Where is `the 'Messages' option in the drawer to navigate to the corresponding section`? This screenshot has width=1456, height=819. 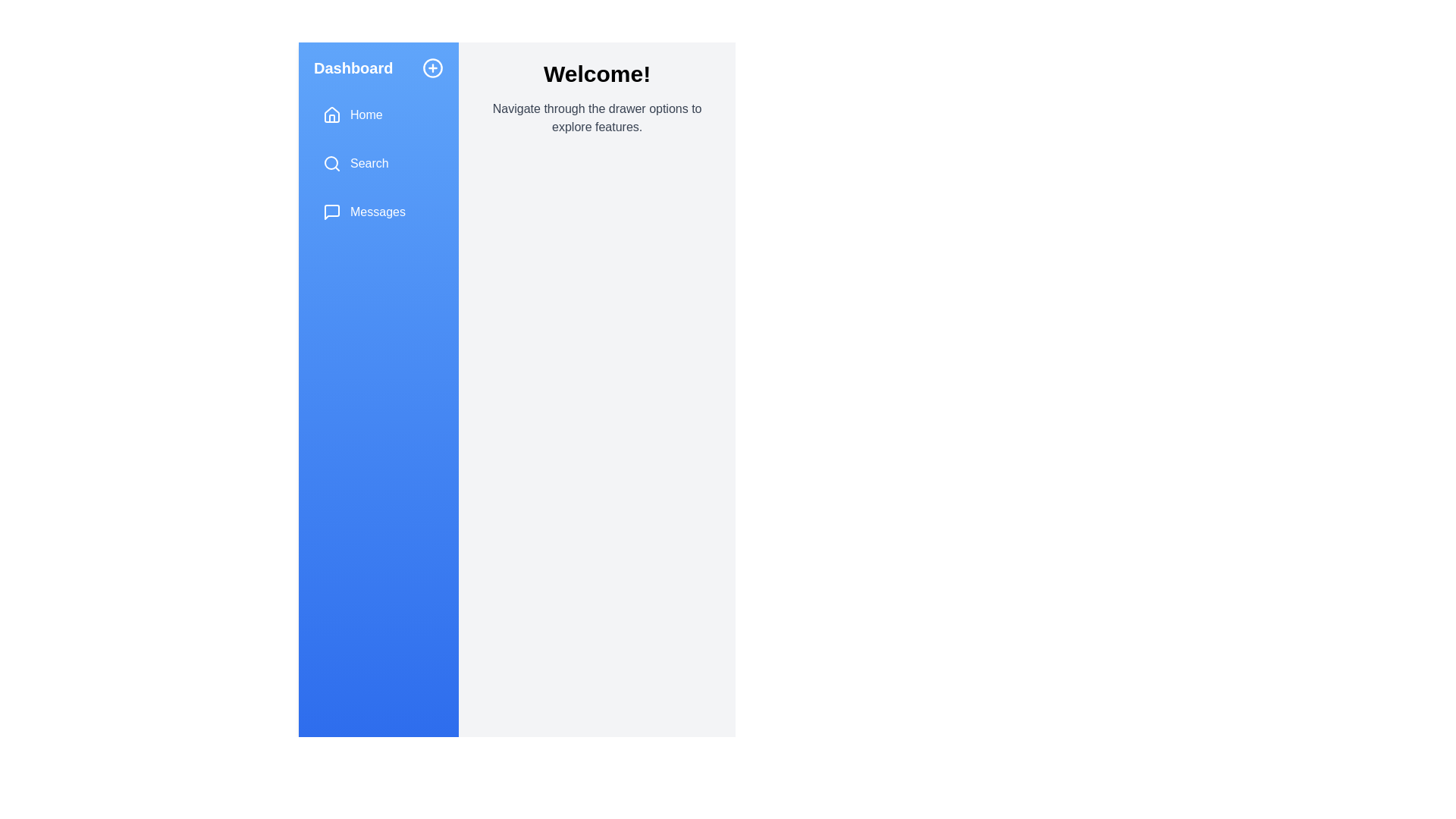 the 'Messages' option in the drawer to navigate to the corresponding section is located at coordinates (378, 212).